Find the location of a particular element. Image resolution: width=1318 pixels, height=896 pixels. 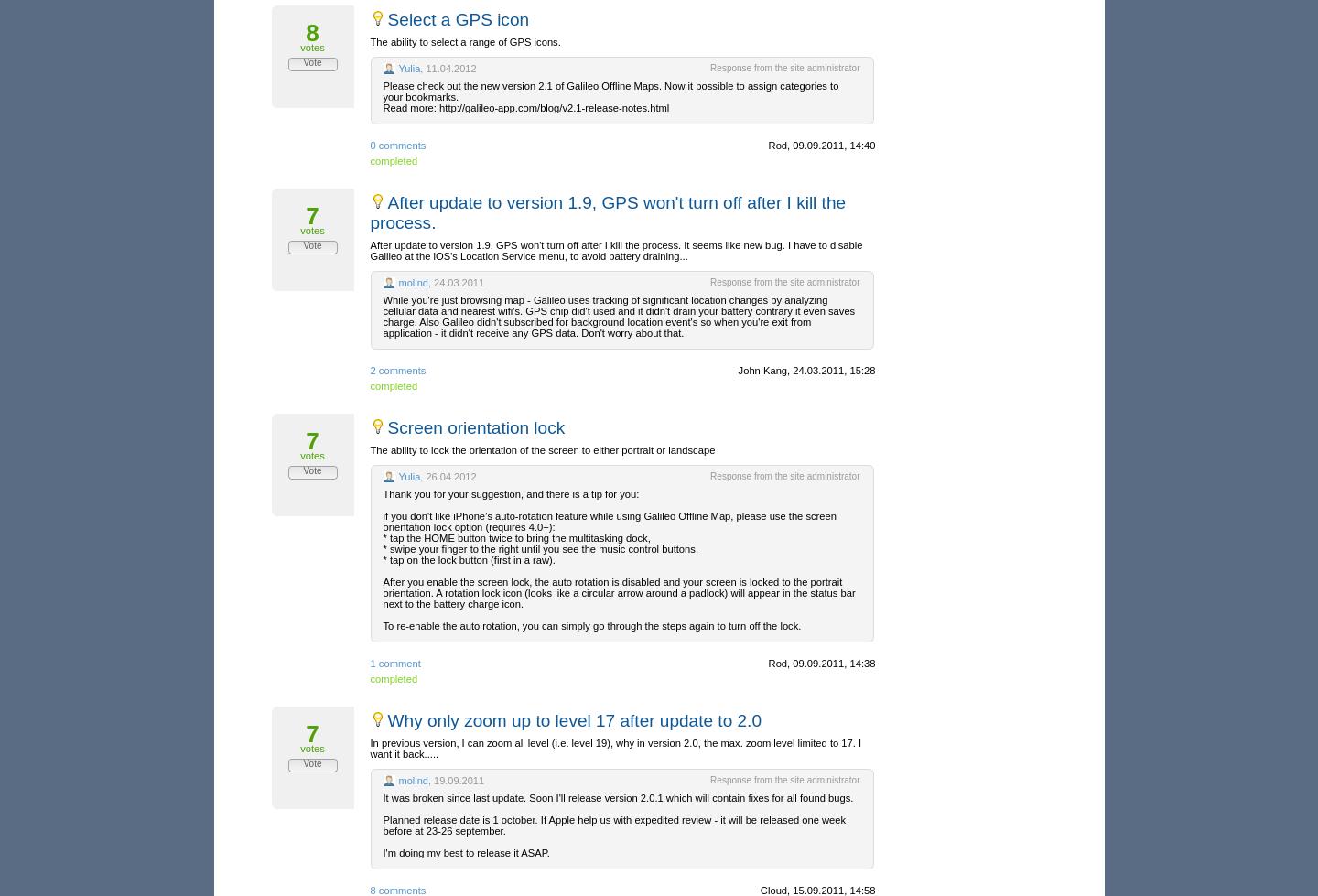

'The ability to select a range of GPS icons.' is located at coordinates (464, 42).